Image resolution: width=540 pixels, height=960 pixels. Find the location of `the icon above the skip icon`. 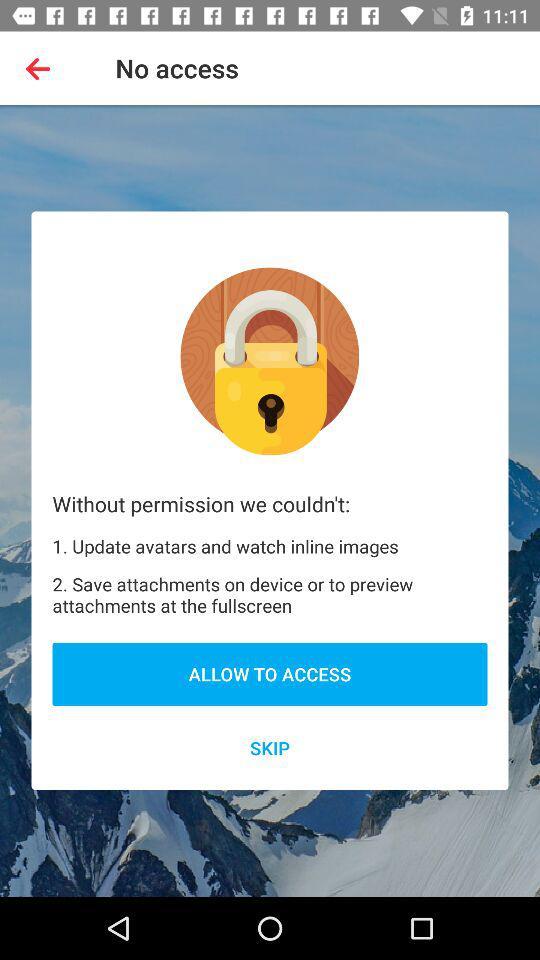

the icon above the skip icon is located at coordinates (270, 674).